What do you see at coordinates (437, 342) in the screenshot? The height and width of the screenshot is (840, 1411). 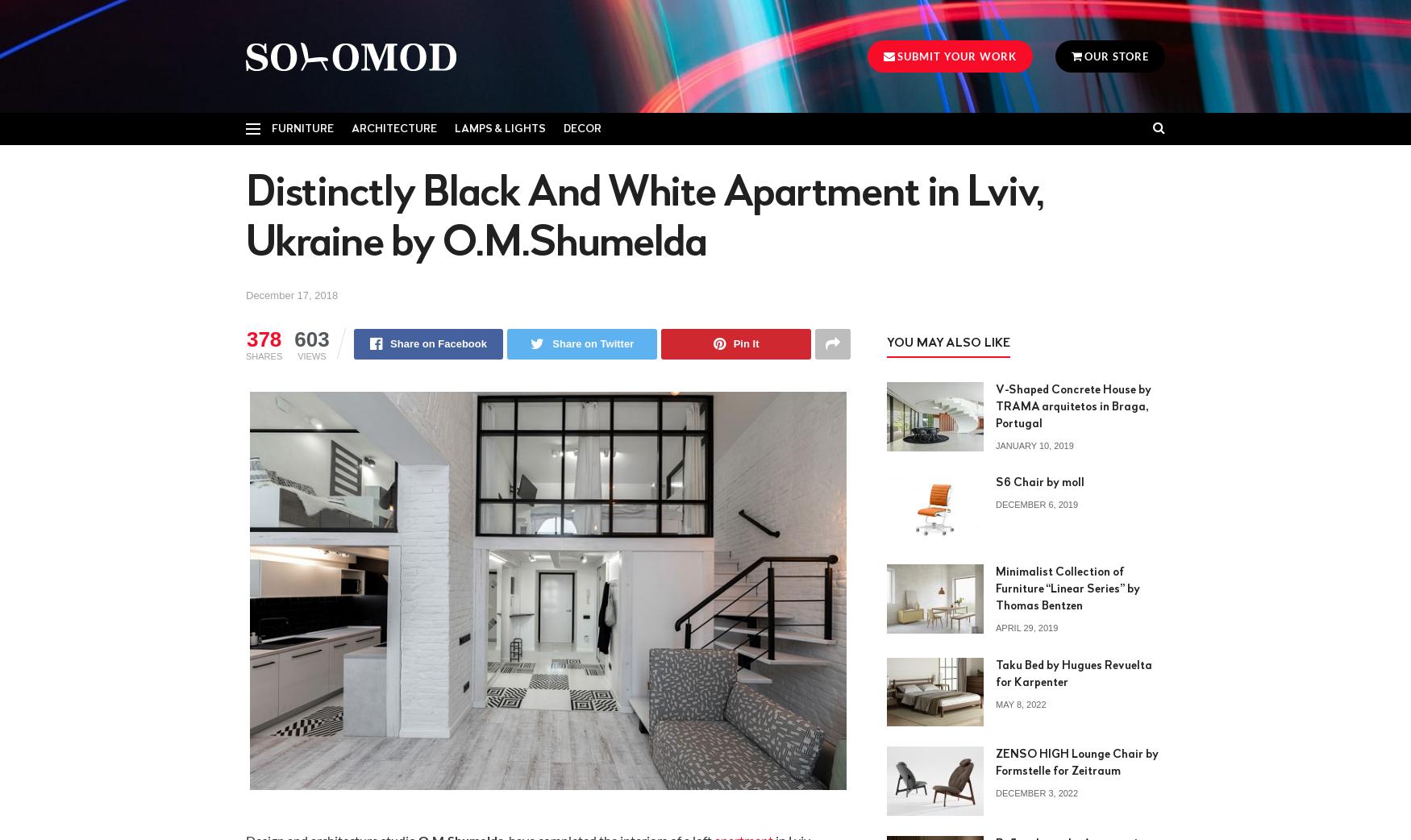 I see `'Share on Facebook'` at bounding box center [437, 342].